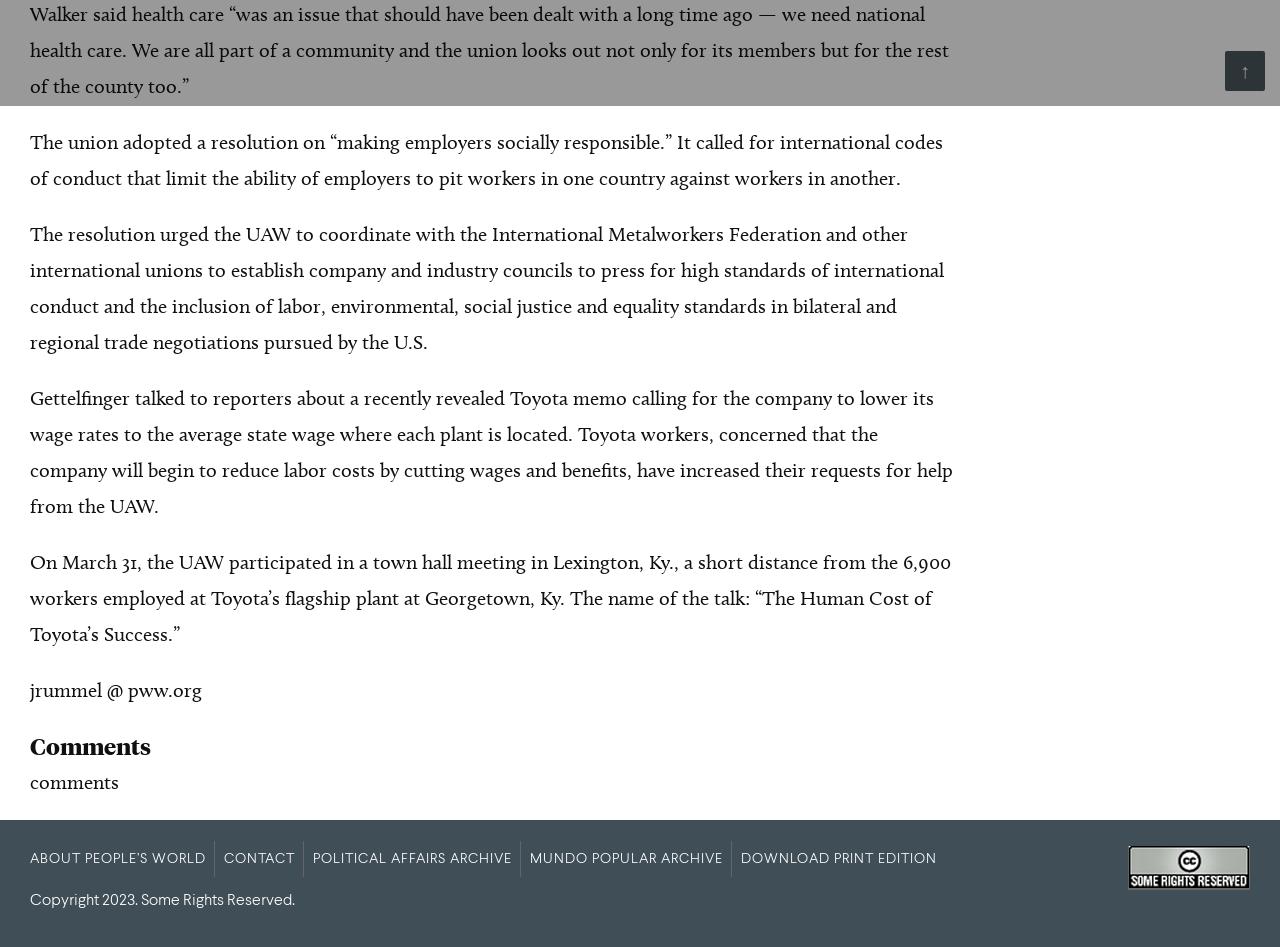 Image resolution: width=1280 pixels, height=947 pixels. Describe the element at coordinates (162, 899) in the screenshot. I see `'Copyright 2023. Some Rights Reserved.'` at that location.